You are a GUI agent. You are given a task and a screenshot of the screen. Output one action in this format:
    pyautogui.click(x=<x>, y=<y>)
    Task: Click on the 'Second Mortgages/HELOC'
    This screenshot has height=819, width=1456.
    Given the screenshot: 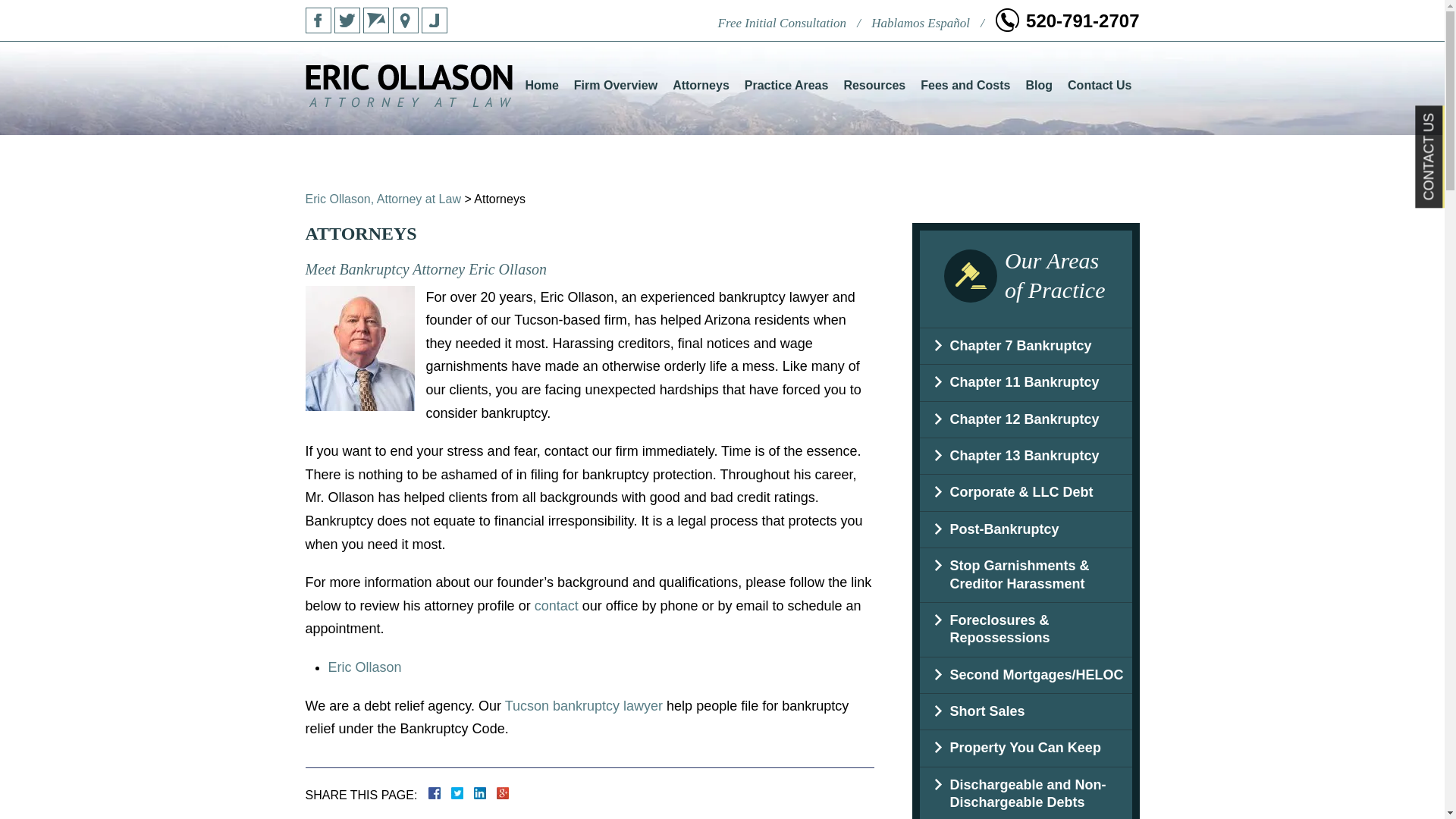 What is the action you would take?
    pyautogui.click(x=1025, y=674)
    